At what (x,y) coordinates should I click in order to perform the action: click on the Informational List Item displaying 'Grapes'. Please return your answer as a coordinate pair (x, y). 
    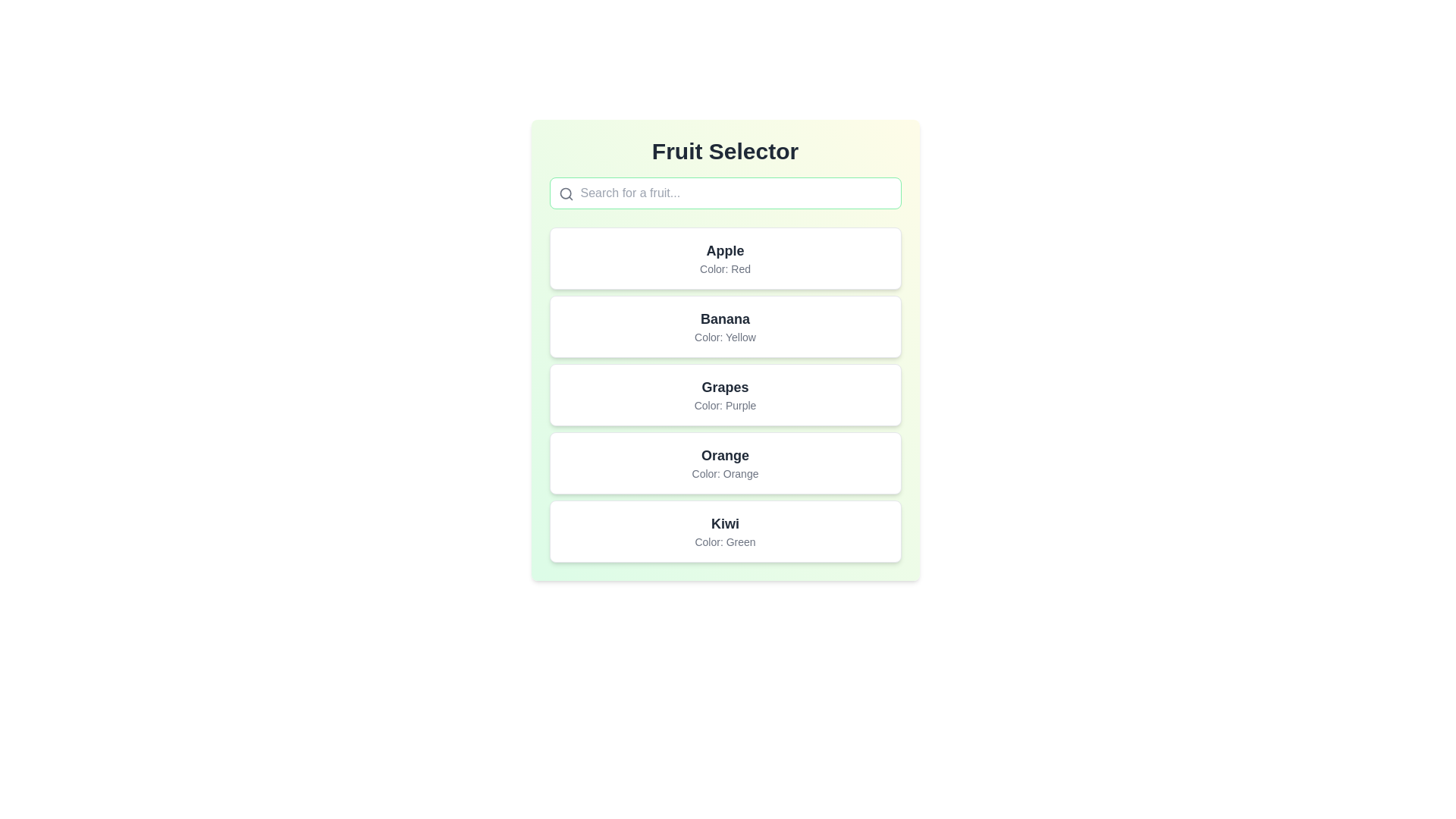
    Looking at the image, I should click on (724, 394).